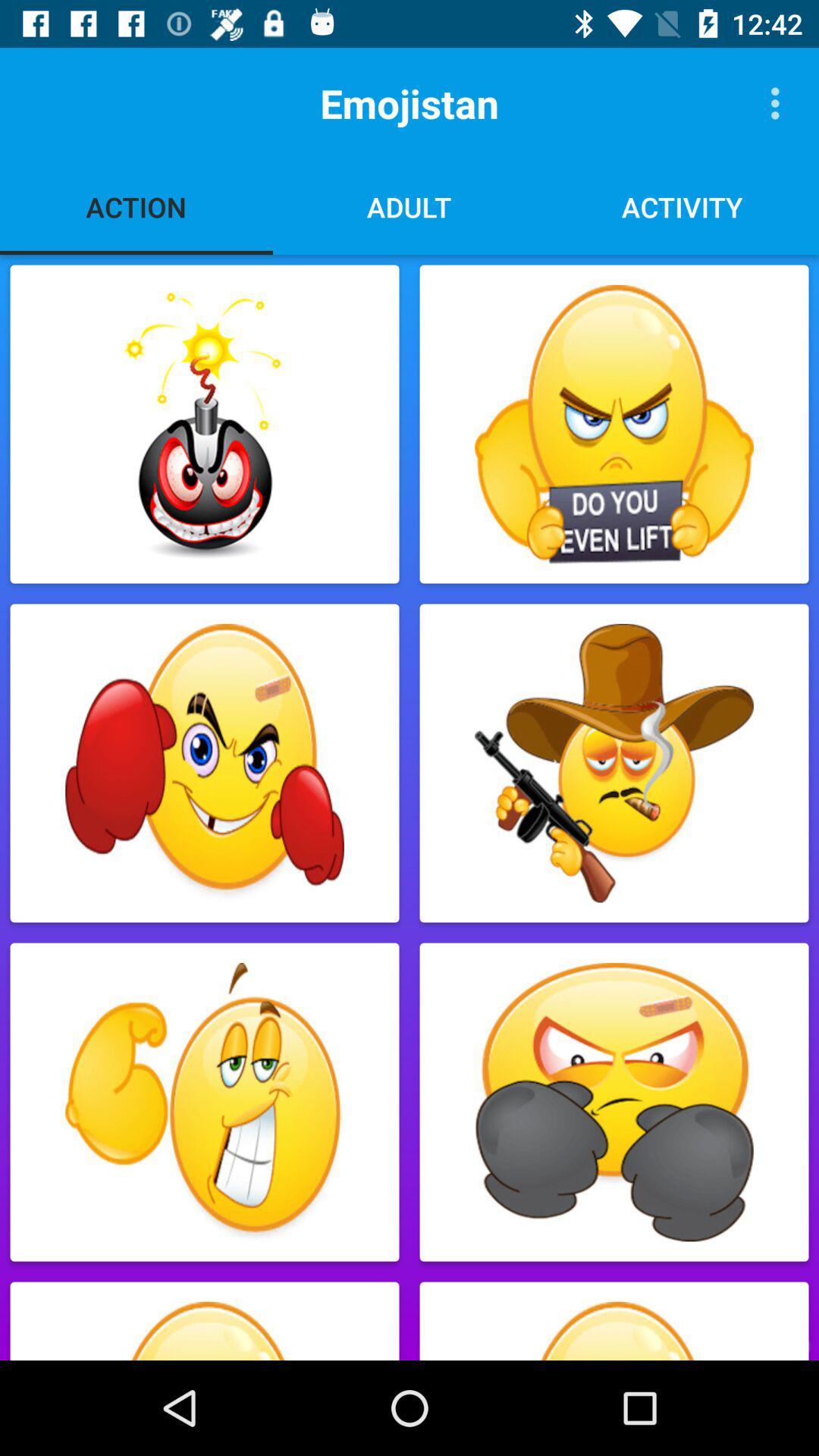  What do you see at coordinates (779, 102) in the screenshot?
I see `the item to the right of the emojistan icon` at bounding box center [779, 102].